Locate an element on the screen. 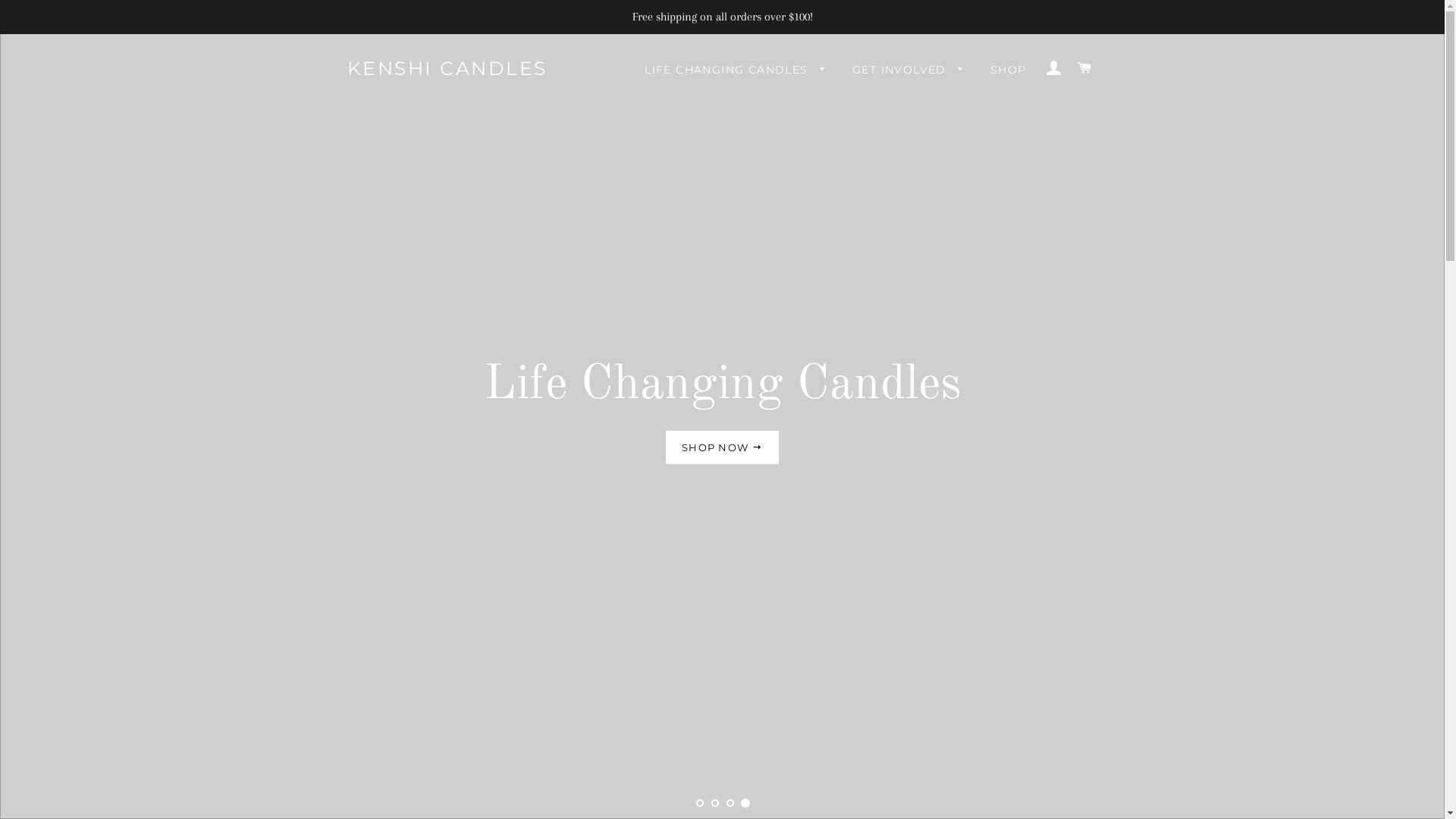  '3' is located at coordinates (729, 801).